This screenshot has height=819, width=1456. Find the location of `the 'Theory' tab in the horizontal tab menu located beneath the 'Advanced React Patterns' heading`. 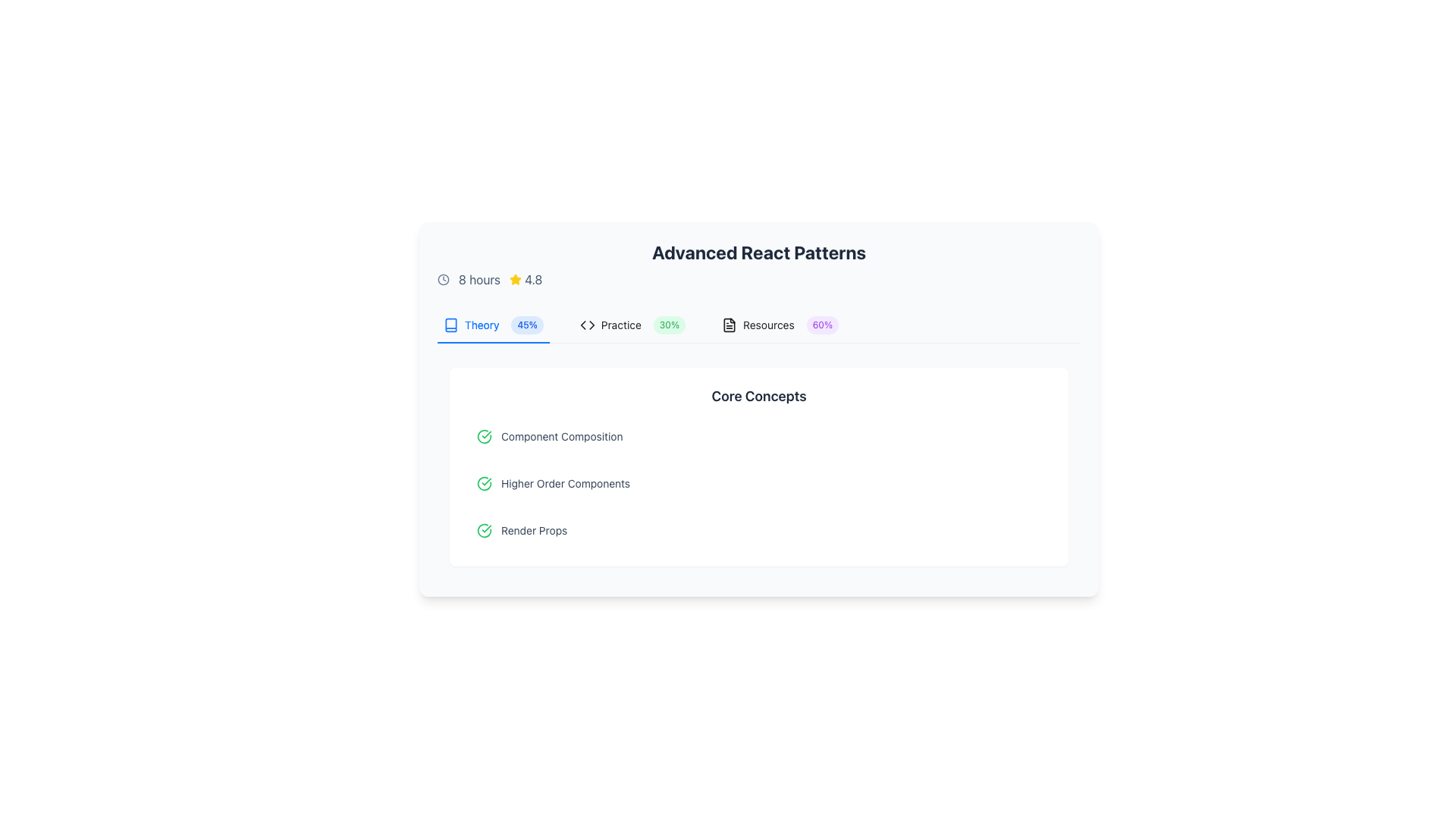

the 'Theory' tab in the horizontal tab menu located beneath the 'Advanced React Patterns' heading is located at coordinates (493, 324).